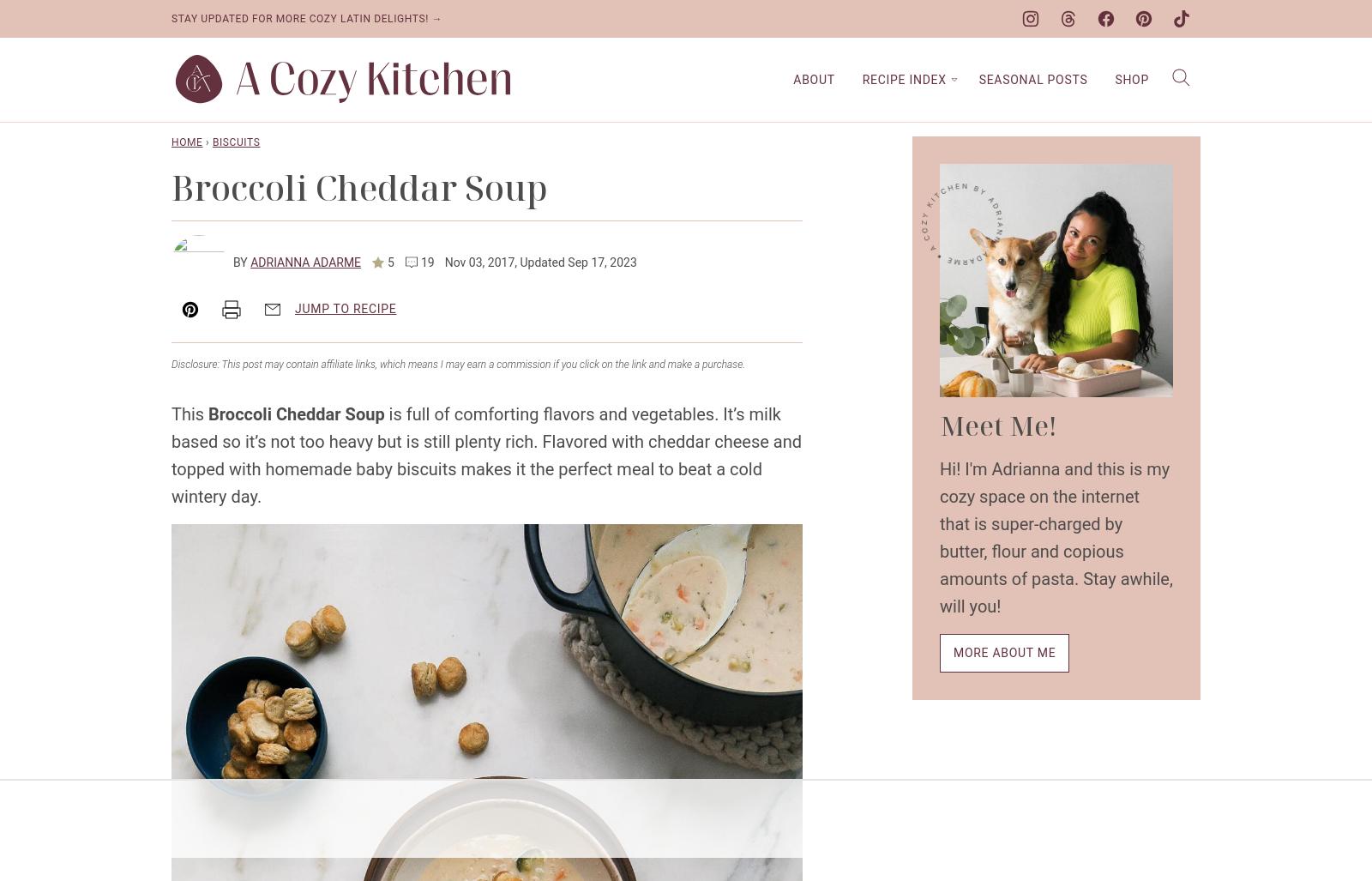 This screenshot has width=1372, height=881. Describe the element at coordinates (485, 454) in the screenshot. I see `'is full of comforting flavors and vegetables. It’s milk based so it’s not too heavy but is still plenty rich. Flavored with cheddar cheese and topped with homemade baby biscuits makes it the perfect meal to beat a cold wintery day.'` at that location.